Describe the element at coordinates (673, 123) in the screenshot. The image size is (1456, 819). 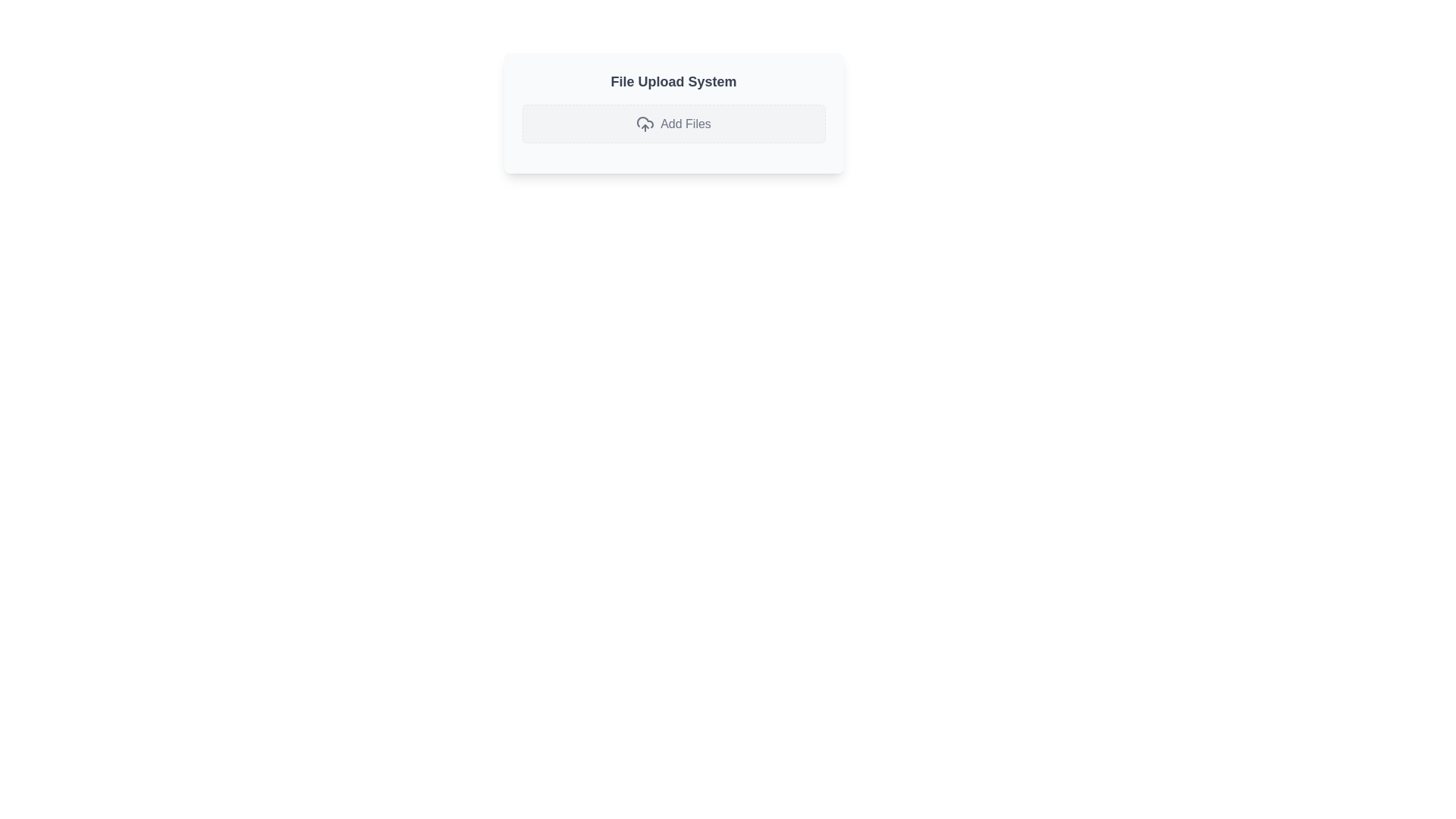
I see `the 'Add Files' button, which is a rectangular button with a dashed border and a light gray background, to observe the hover effect` at that location.